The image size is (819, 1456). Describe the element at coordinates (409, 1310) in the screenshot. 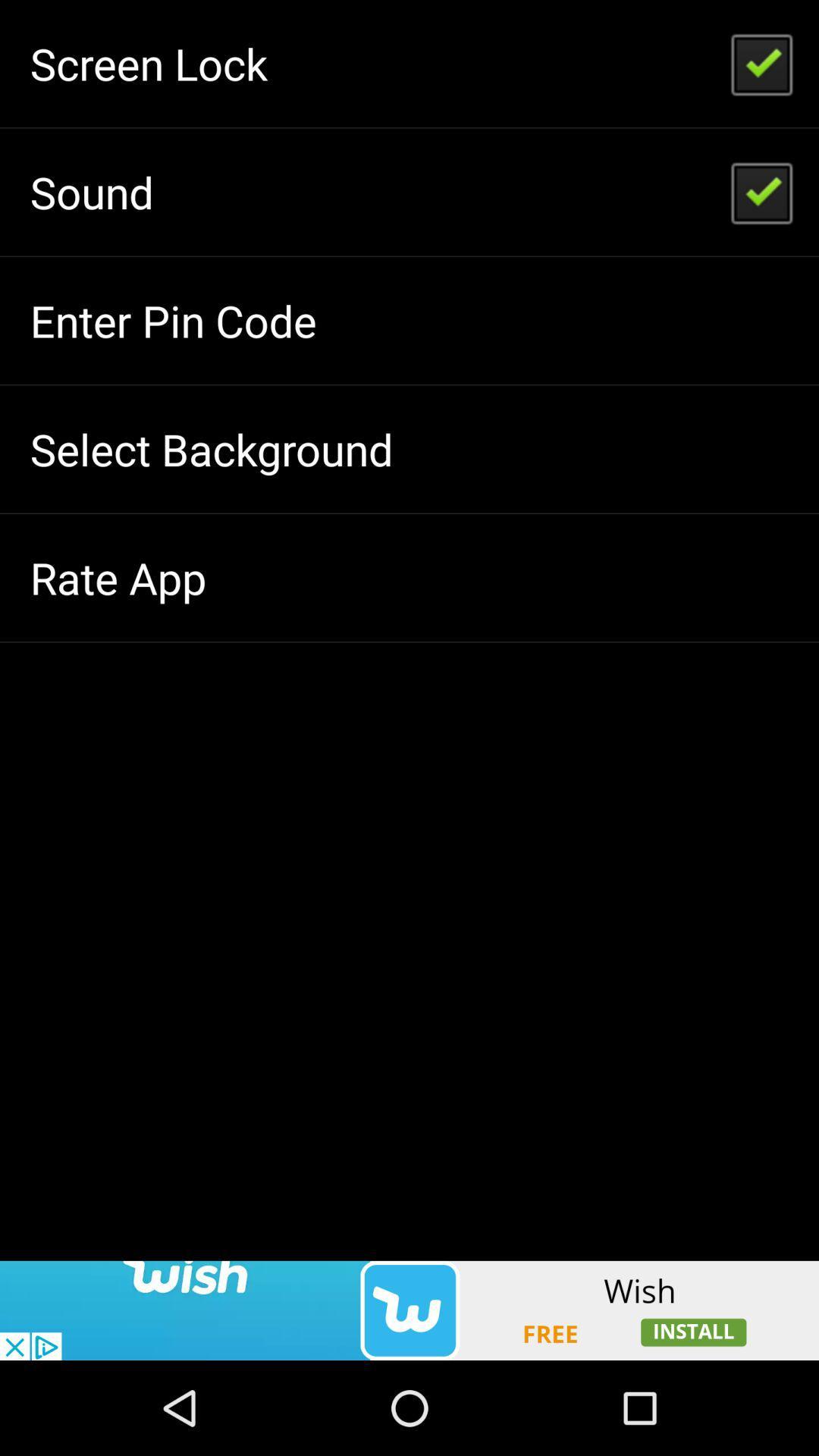

I see `open advertisement` at that location.